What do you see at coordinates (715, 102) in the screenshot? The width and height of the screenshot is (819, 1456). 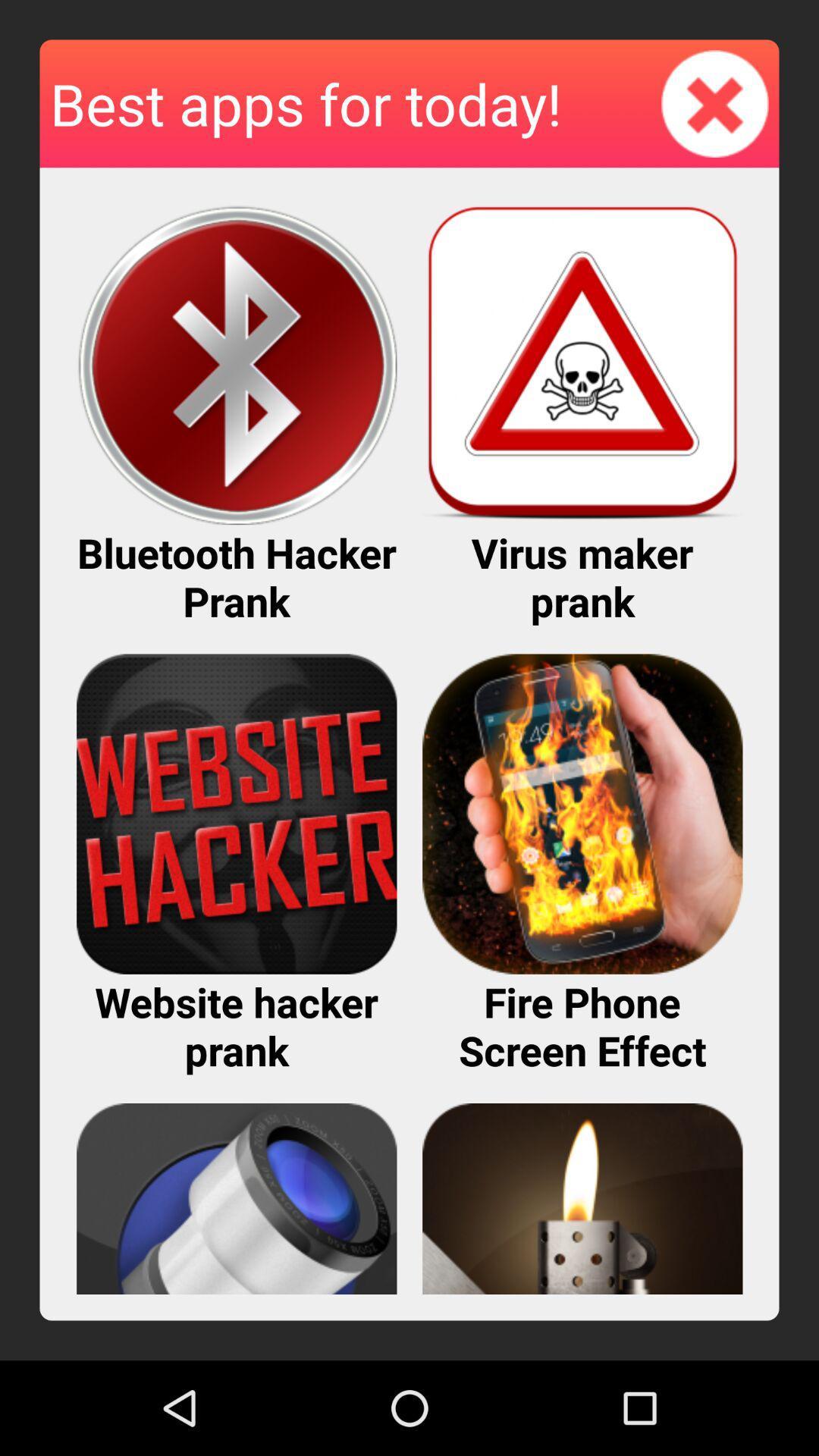 I see `exit screen` at bounding box center [715, 102].